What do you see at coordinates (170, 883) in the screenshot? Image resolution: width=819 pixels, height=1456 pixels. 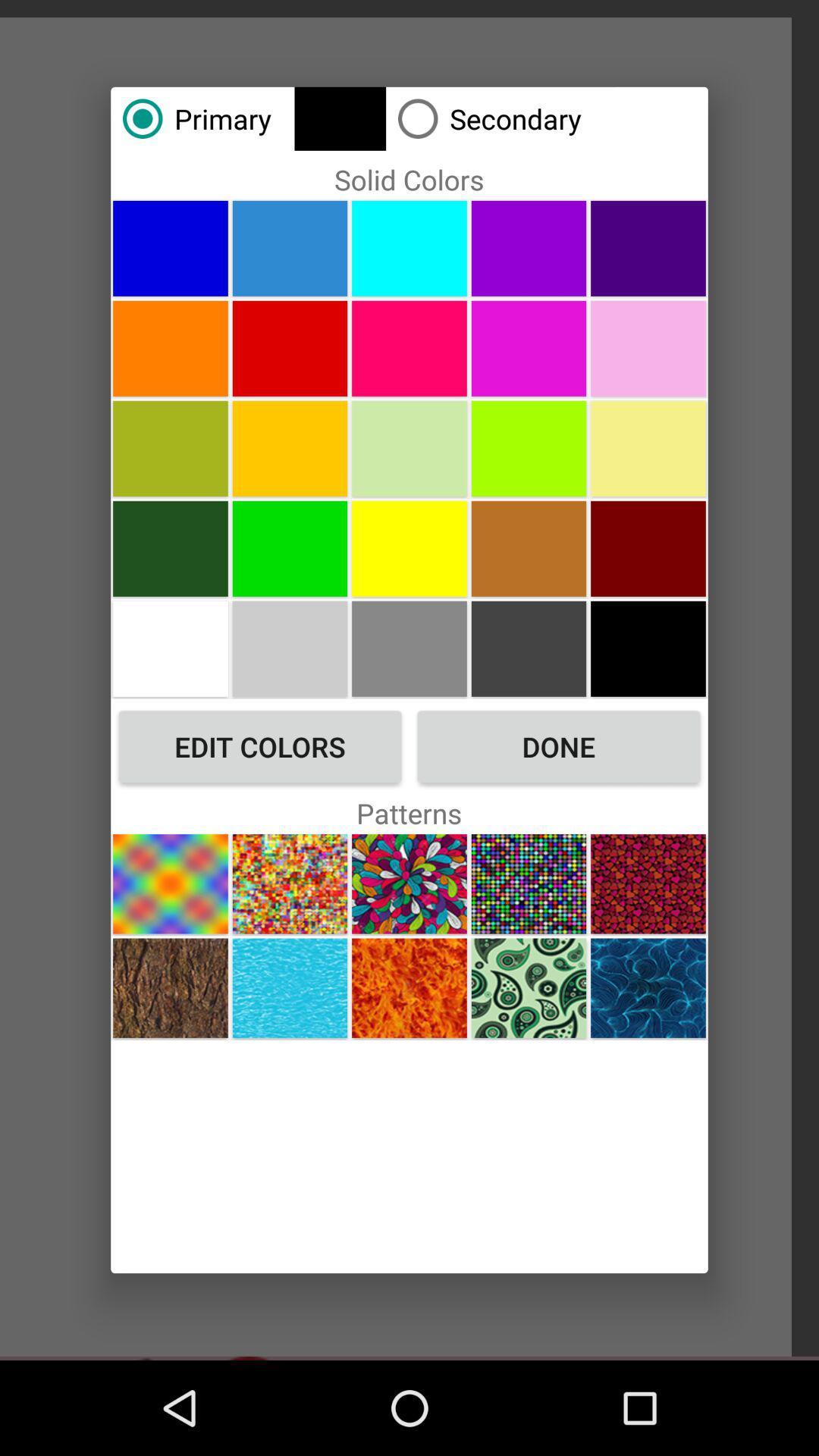 I see `first pattern` at bounding box center [170, 883].